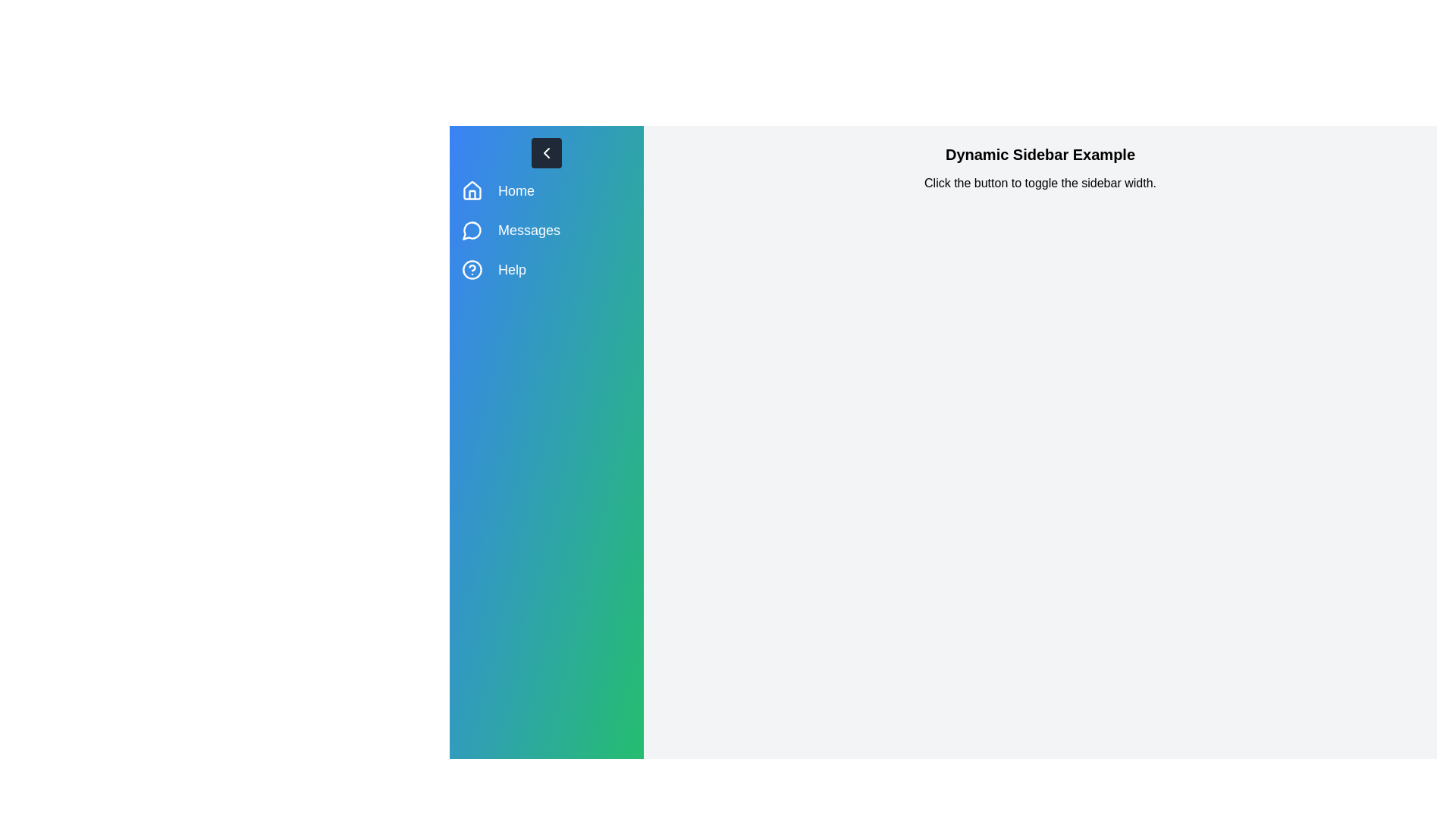  Describe the element at coordinates (546, 231) in the screenshot. I see `the menu item Messages from the sidebar` at that location.